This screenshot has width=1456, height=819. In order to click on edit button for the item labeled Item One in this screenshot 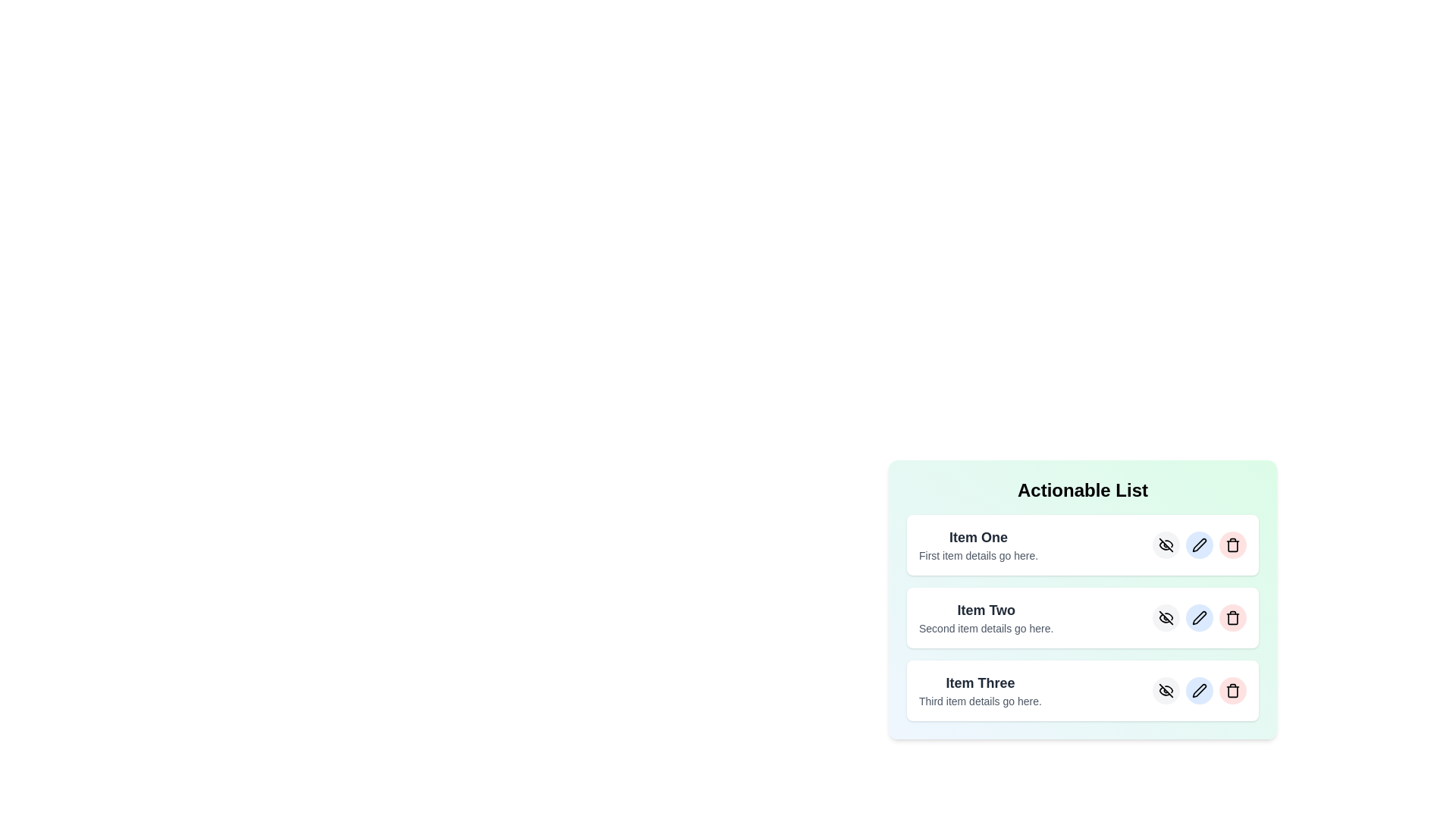, I will do `click(1199, 544)`.